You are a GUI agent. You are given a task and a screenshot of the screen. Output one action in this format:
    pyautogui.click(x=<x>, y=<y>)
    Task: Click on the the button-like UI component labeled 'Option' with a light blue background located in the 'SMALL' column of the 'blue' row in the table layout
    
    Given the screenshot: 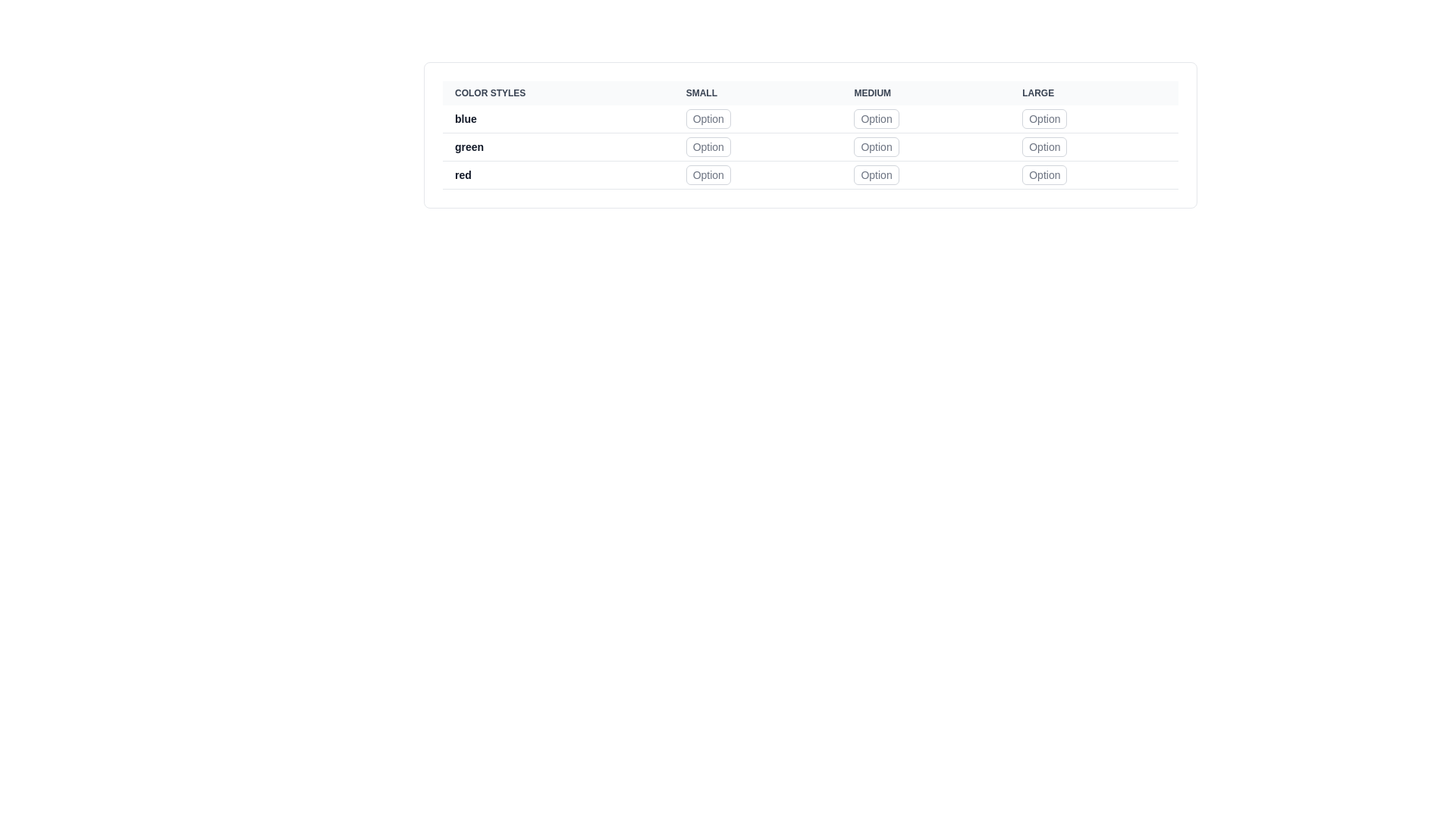 What is the action you would take?
    pyautogui.click(x=758, y=118)
    